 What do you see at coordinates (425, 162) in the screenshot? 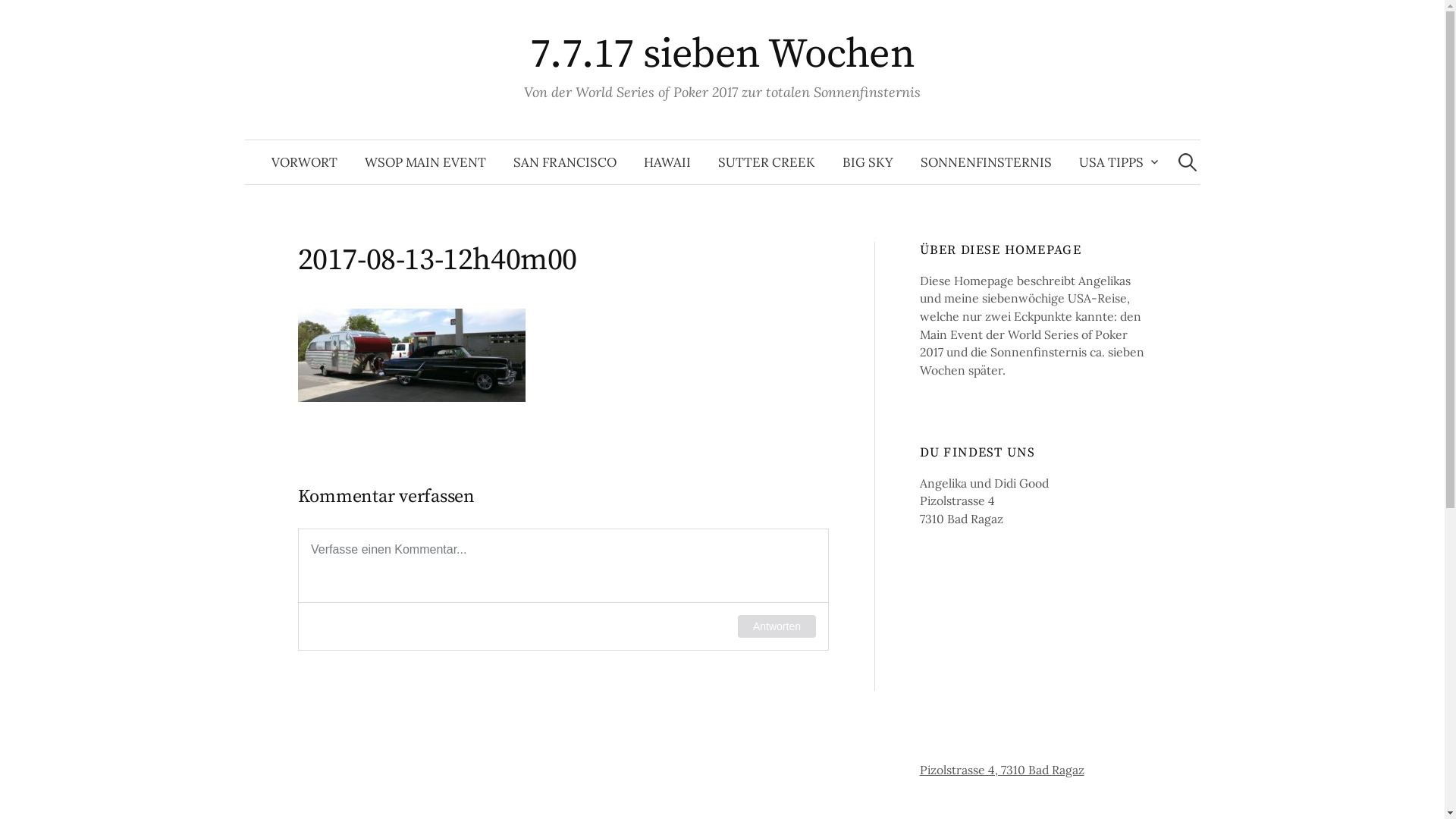
I see `'WSOP MAIN EVENT'` at bounding box center [425, 162].